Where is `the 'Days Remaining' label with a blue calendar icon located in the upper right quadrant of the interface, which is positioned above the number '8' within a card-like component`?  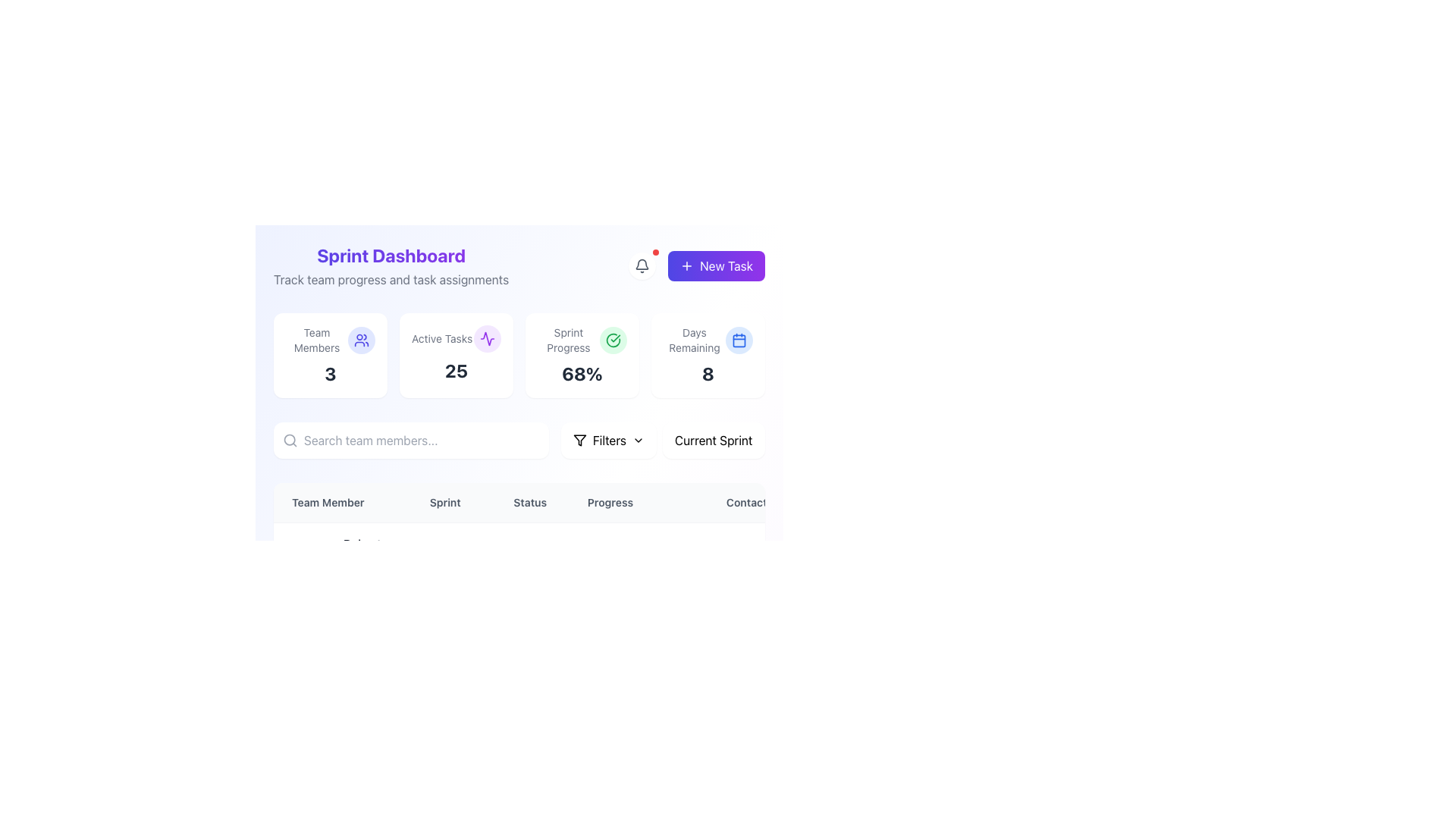
the 'Days Remaining' label with a blue calendar icon located in the upper right quadrant of the interface, which is positioned above the number '8' within a card-like component is located at coordinates (708, 339).